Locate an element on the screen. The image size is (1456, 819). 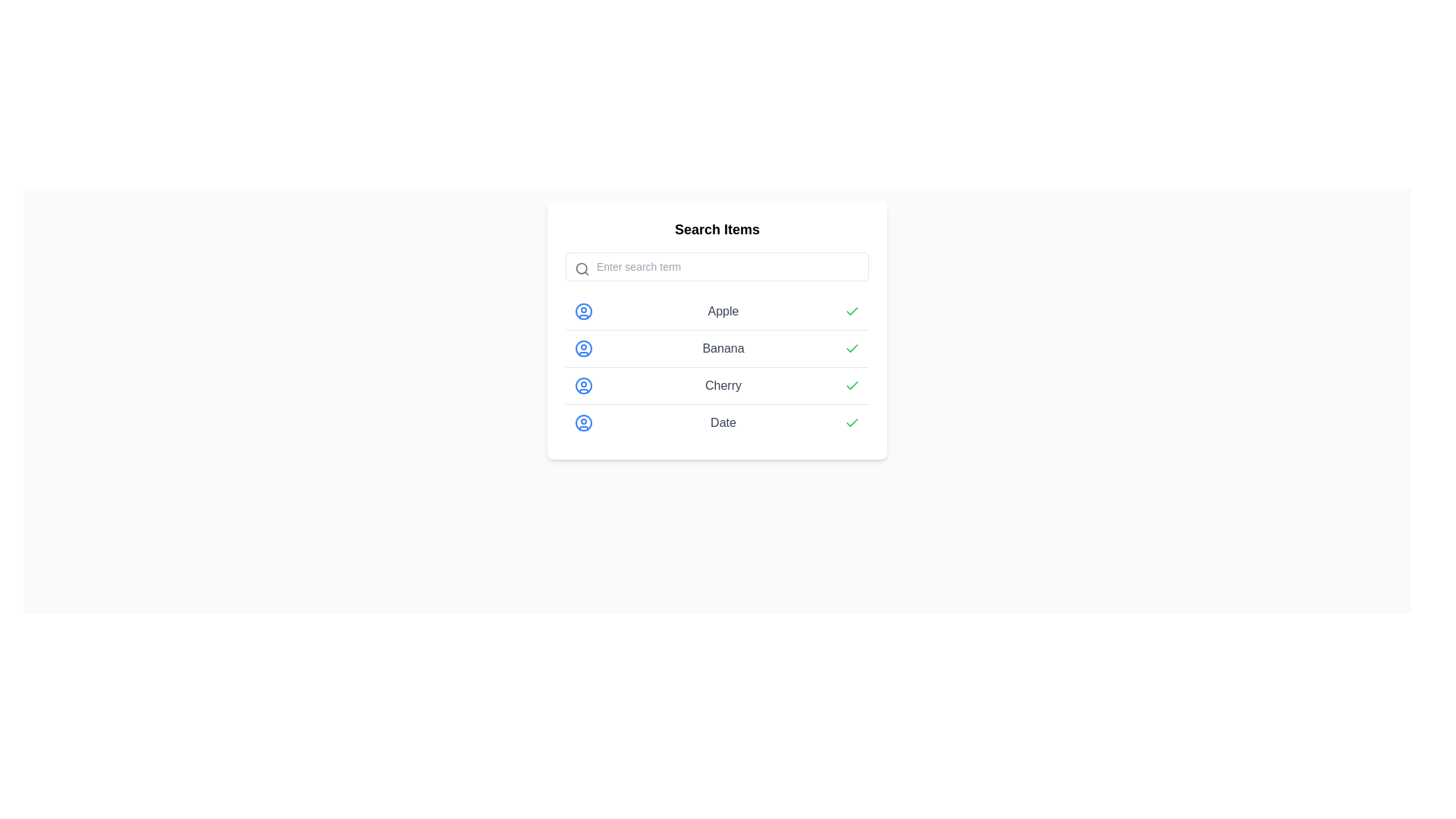
the outermost circular outline of the user profile icon located to the left of the word 'Apple' in the list is located at coordinates (582, 311).